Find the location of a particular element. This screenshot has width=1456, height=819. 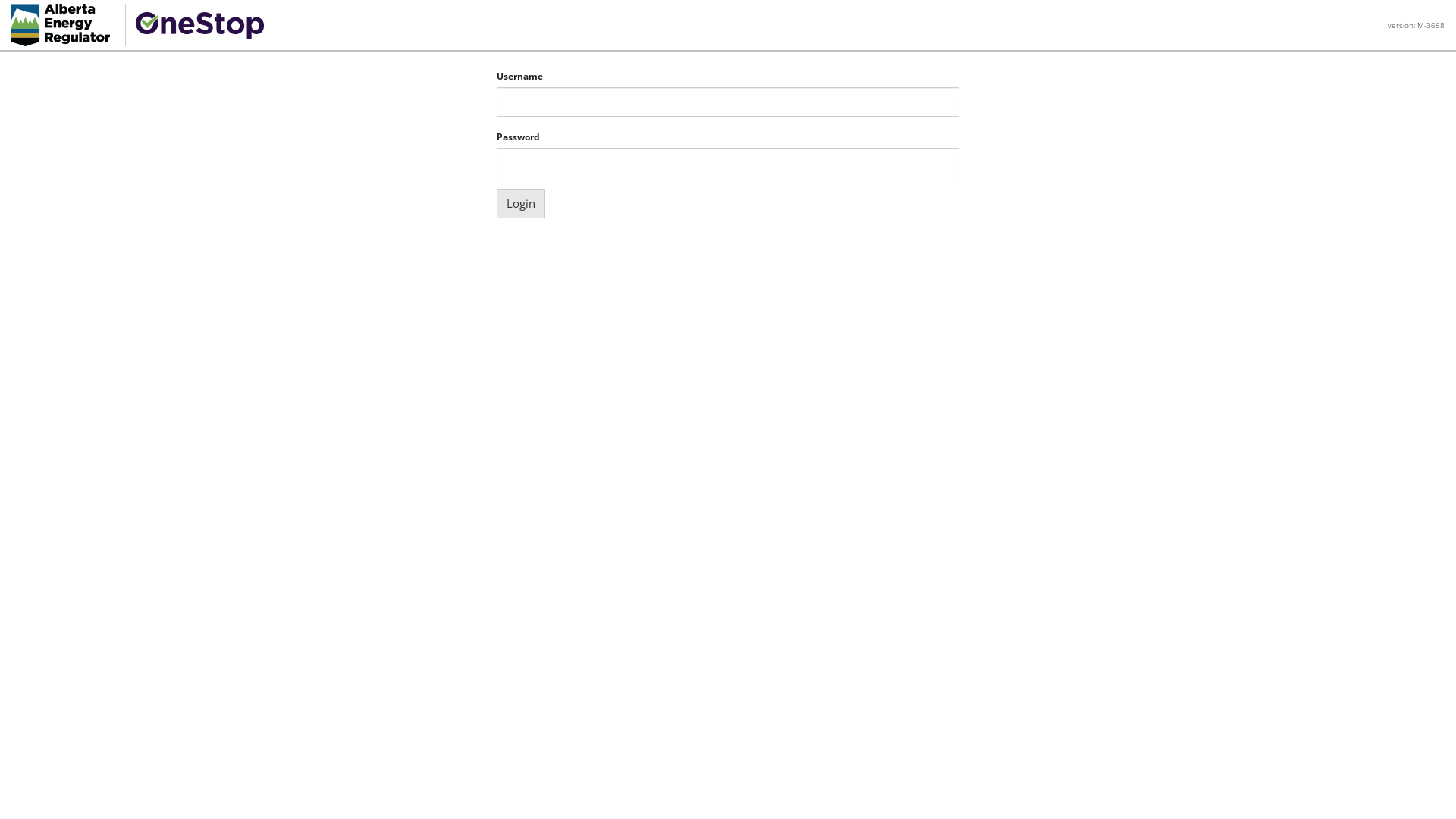

'Login' is located at coordinates (520, 202).